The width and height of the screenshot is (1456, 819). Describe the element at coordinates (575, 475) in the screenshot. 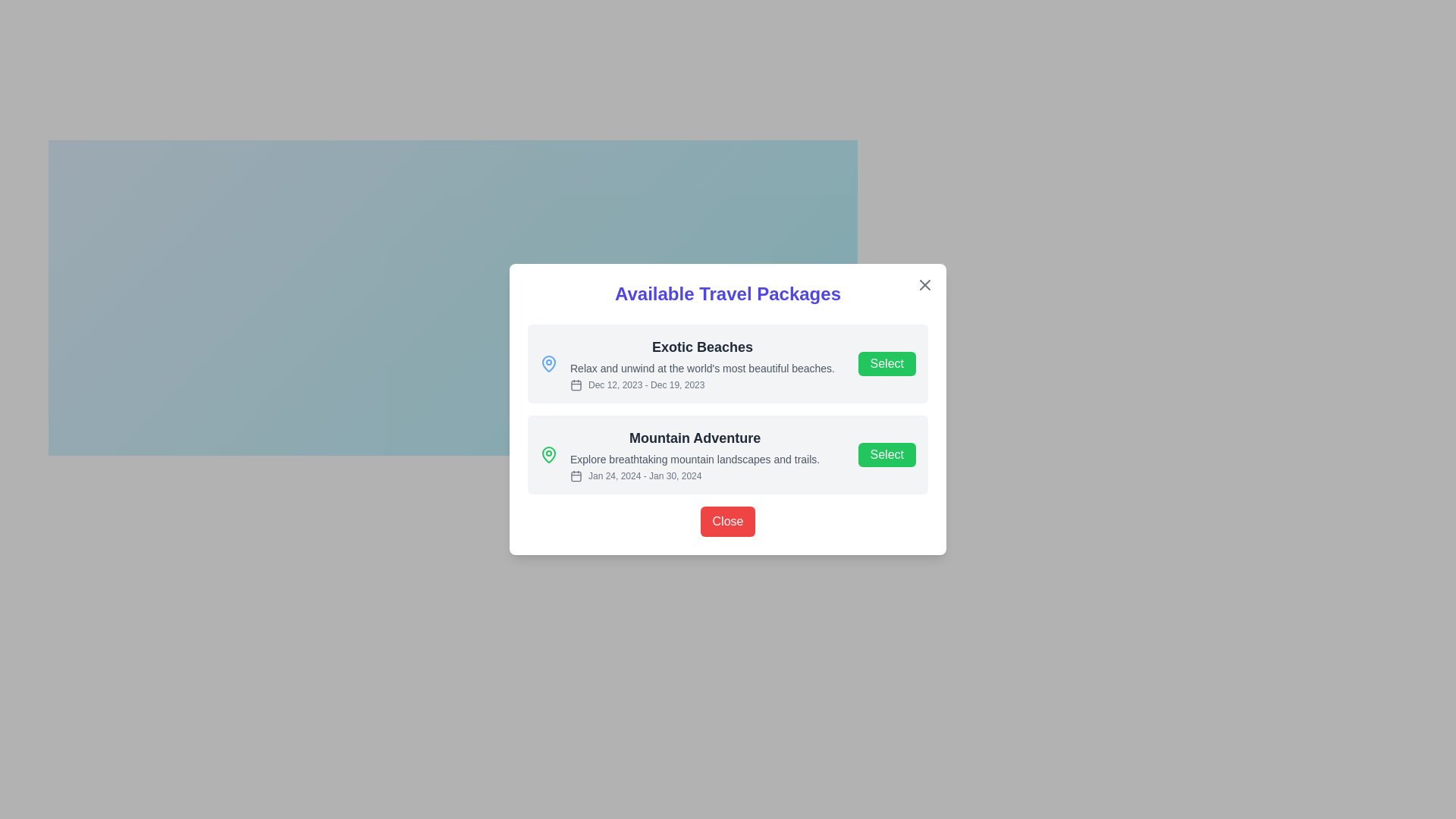

I see `the calendar icon located to the left of the date text 'Jan 24, 2024 - Jan 30, 2024' in the 'Mountain Adventure' section` at that location.